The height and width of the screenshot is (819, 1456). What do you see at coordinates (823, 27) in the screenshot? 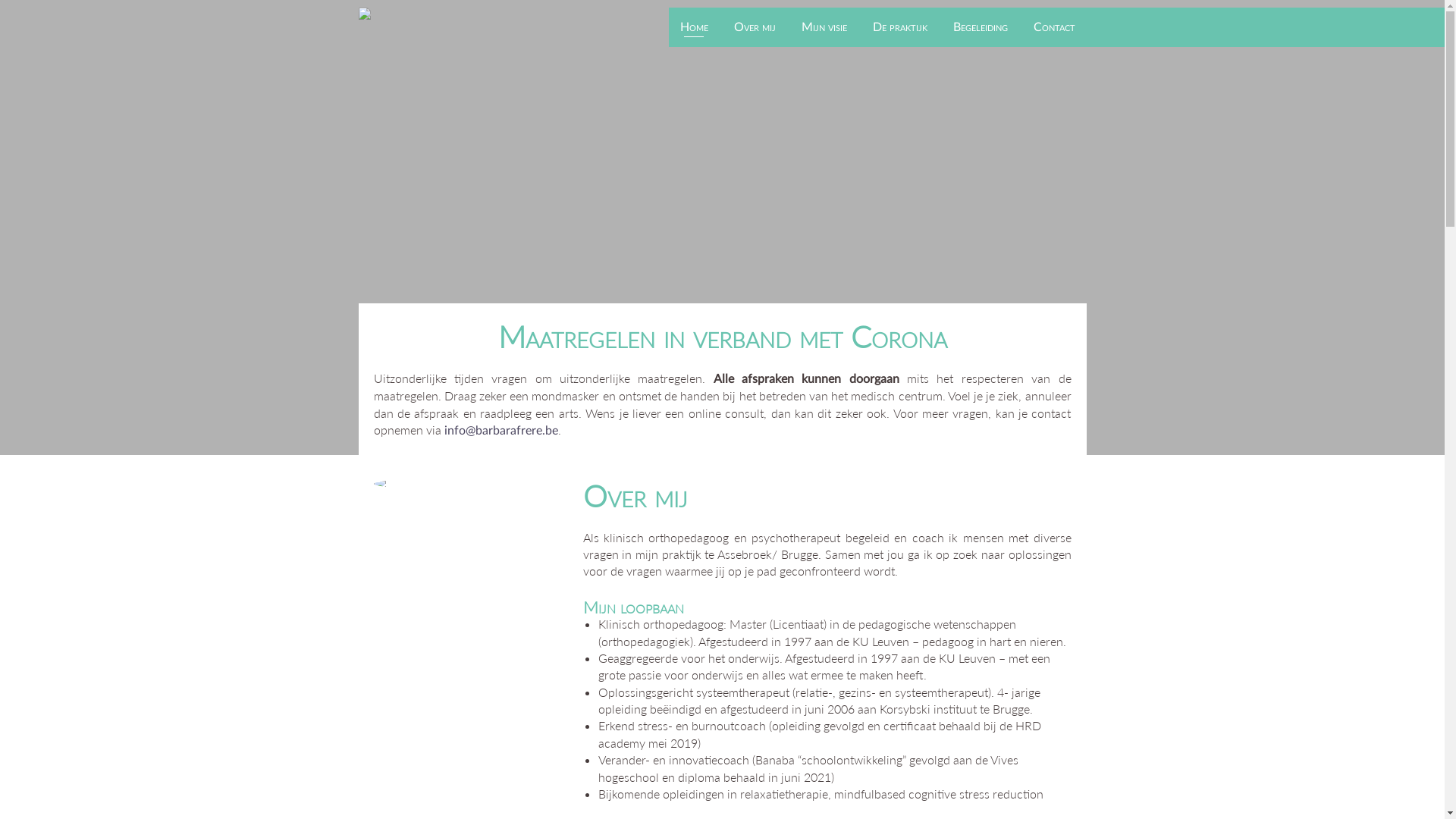
I see `'Mijn visie'` at bounding box center [823, 27].